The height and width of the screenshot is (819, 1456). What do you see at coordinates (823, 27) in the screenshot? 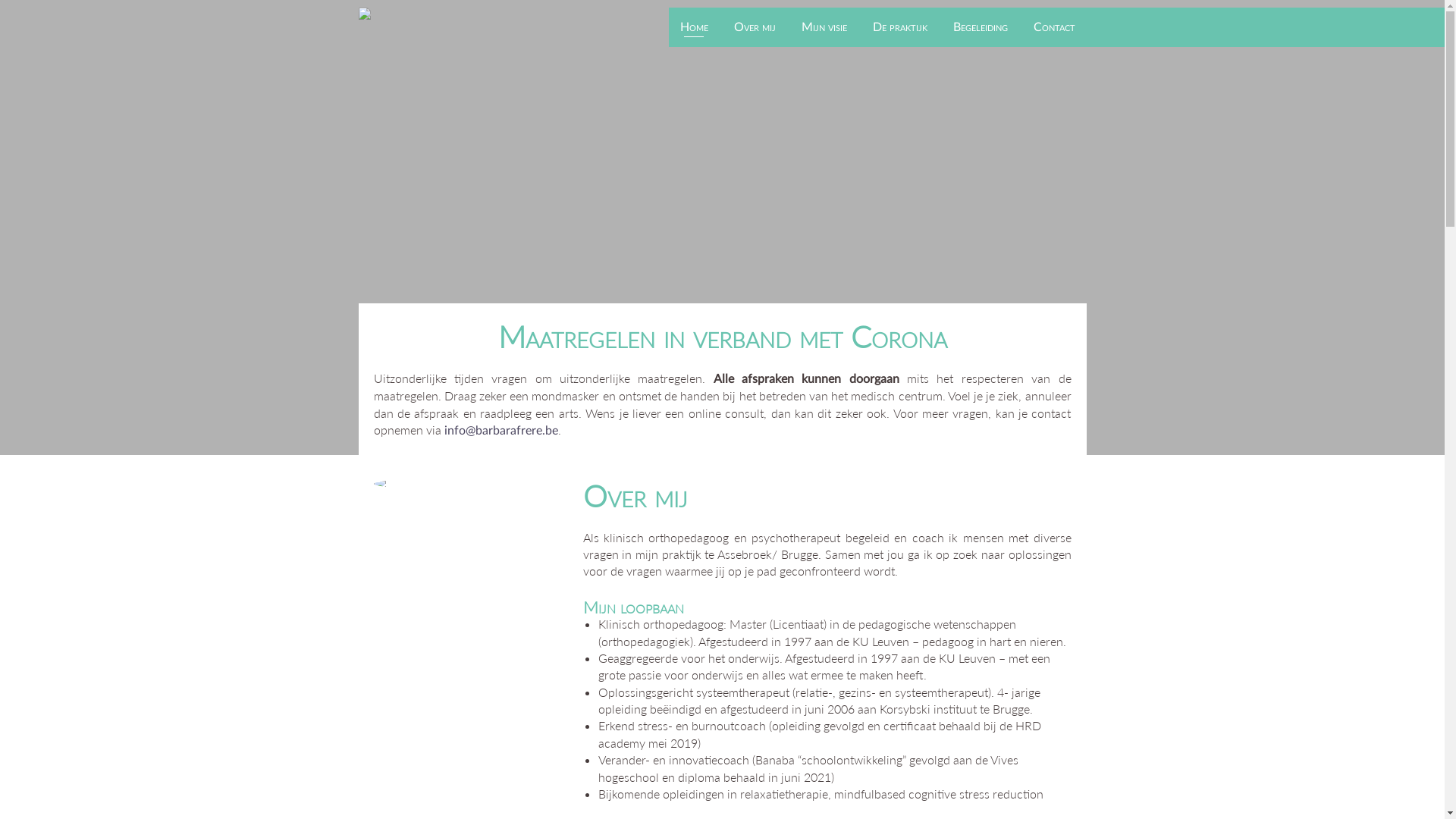
I see `'Mijn visie'` at bounding box center [823, 27].